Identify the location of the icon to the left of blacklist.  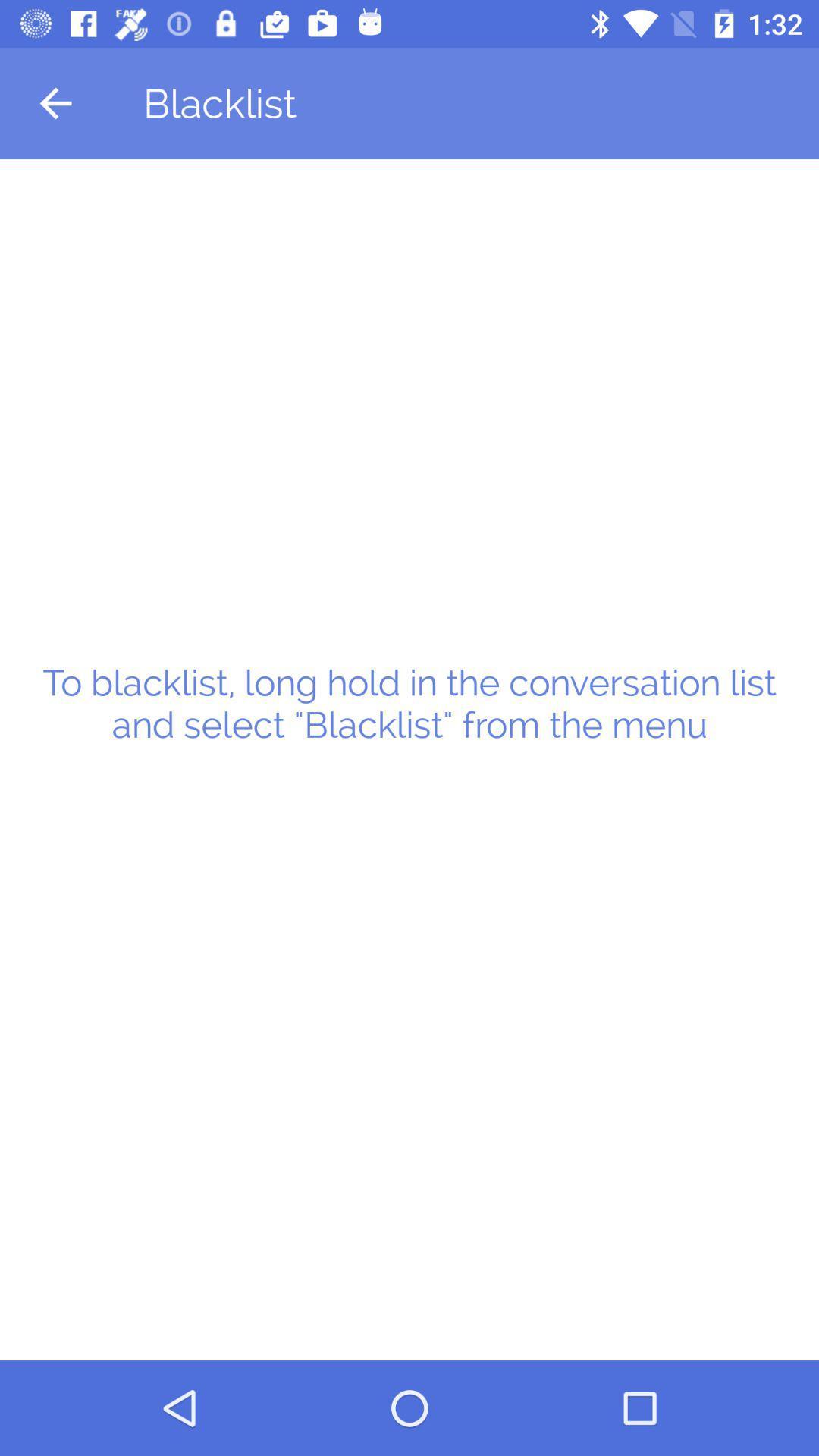
(55, 102).